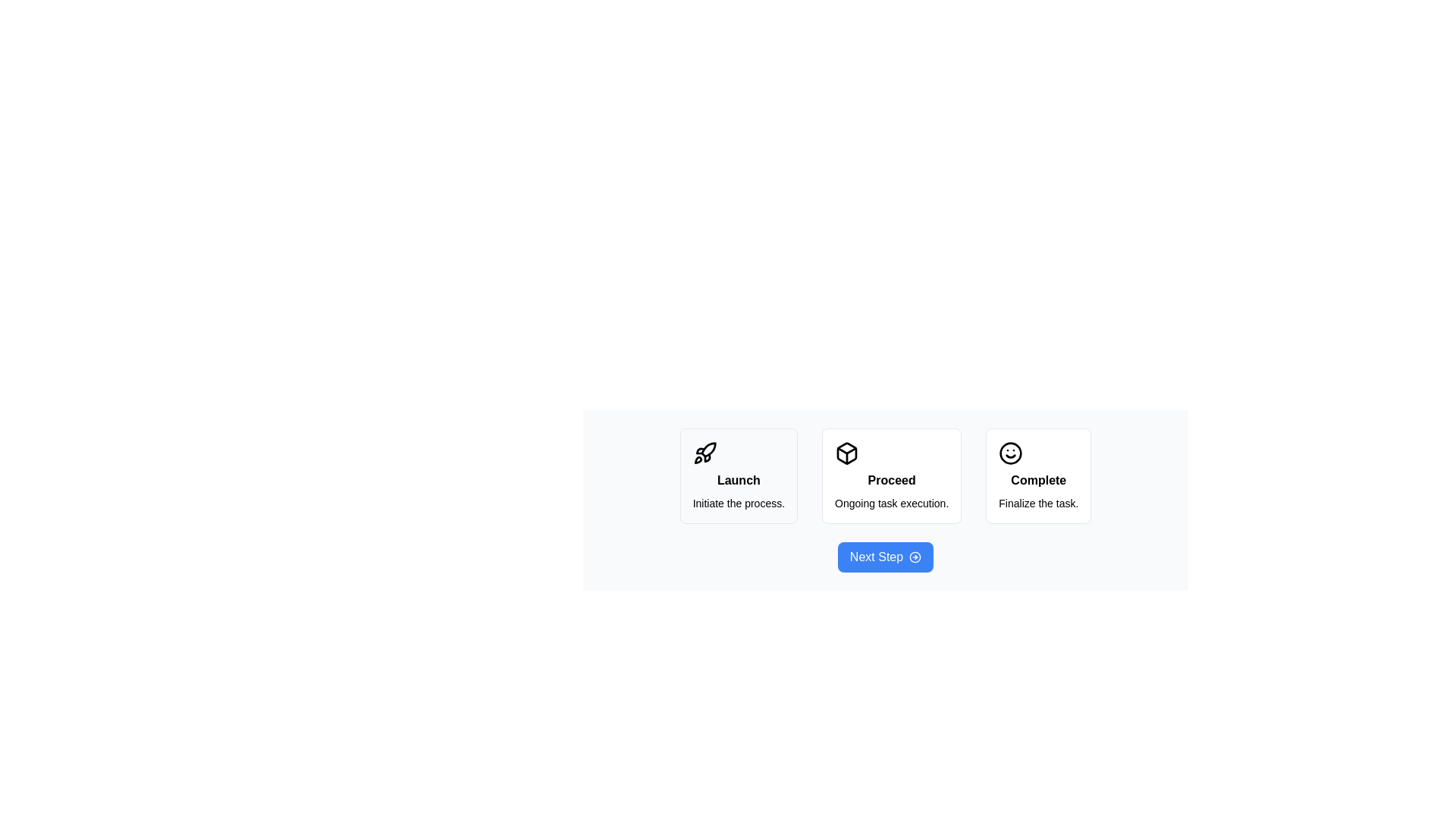 The height and width of the screenshot is (819, 1456). Describe the element at coordinates (1011, 452) in the screenshot. I see `the decorative circle element that represents the 'Complete' state in the smiley face icon, which is the rightmost icon in the set of three steps` at that location.